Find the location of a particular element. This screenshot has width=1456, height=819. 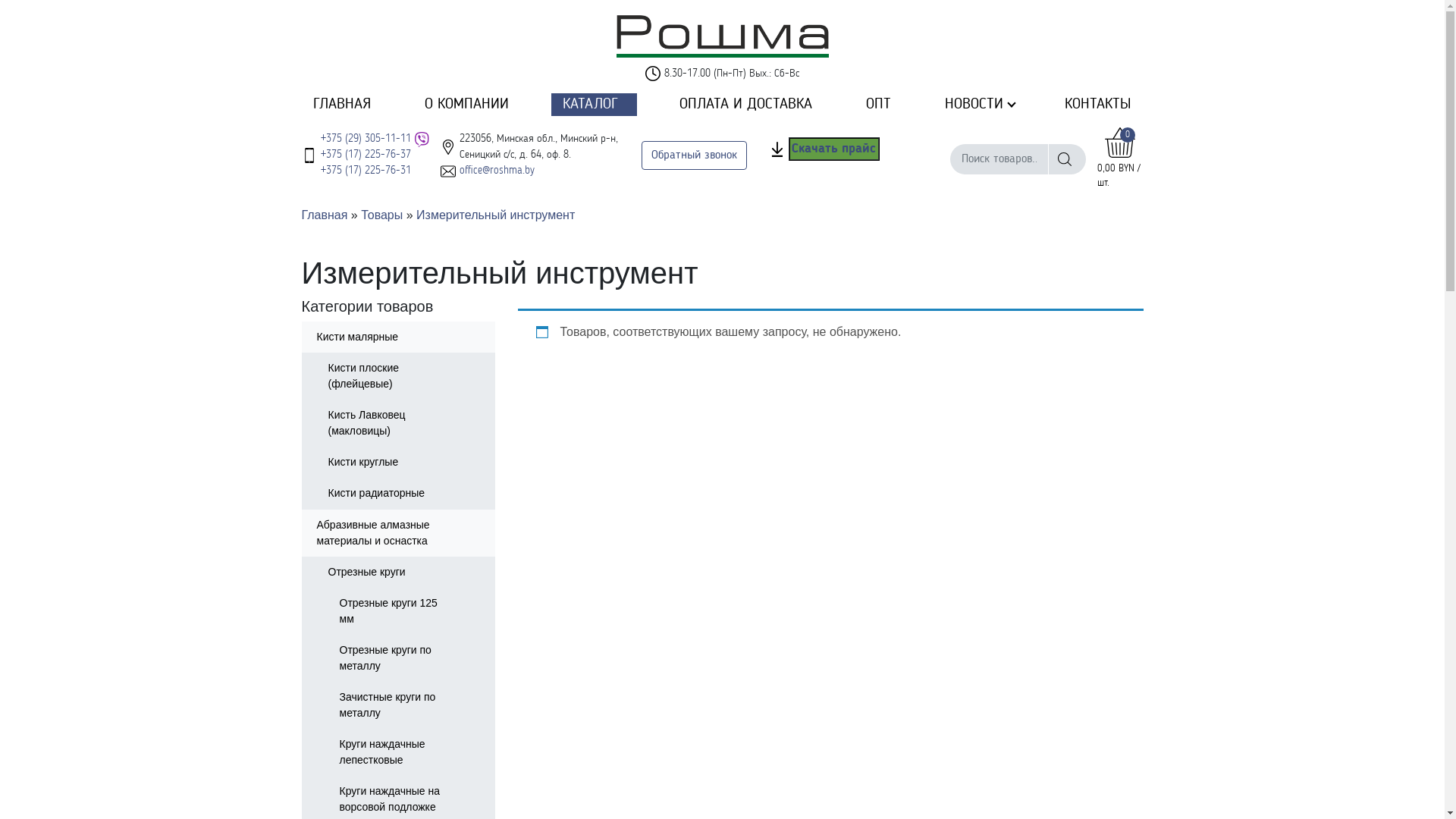

'+375 (17) 225-76-31' is located at coordinates (365, 170).